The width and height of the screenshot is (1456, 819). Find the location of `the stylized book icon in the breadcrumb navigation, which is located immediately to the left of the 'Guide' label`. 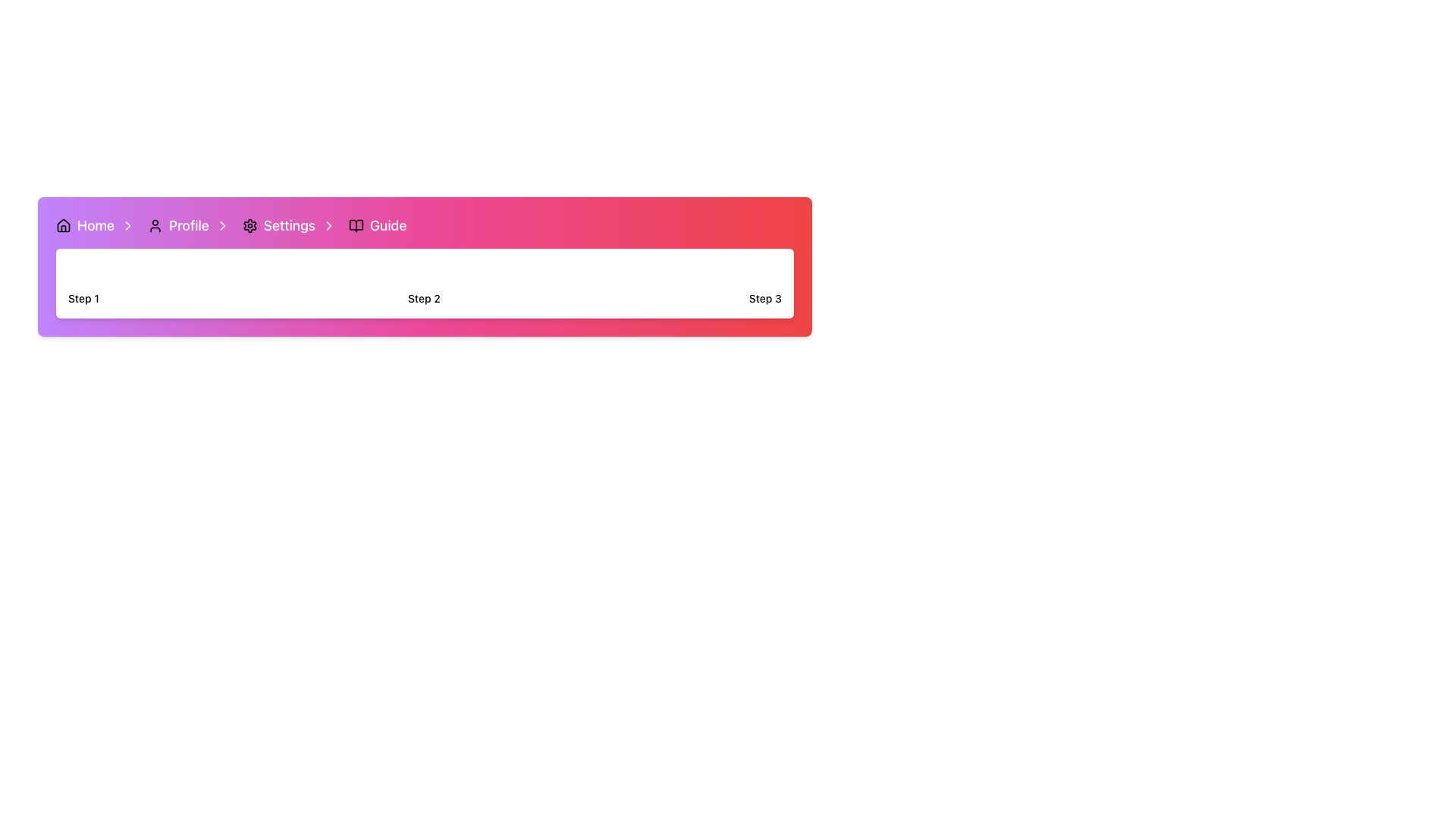

the stylized book icon in the breadcrumb navigation, which is located immediately to the left of the 'Guide' label is located at coordinates (356, 225).